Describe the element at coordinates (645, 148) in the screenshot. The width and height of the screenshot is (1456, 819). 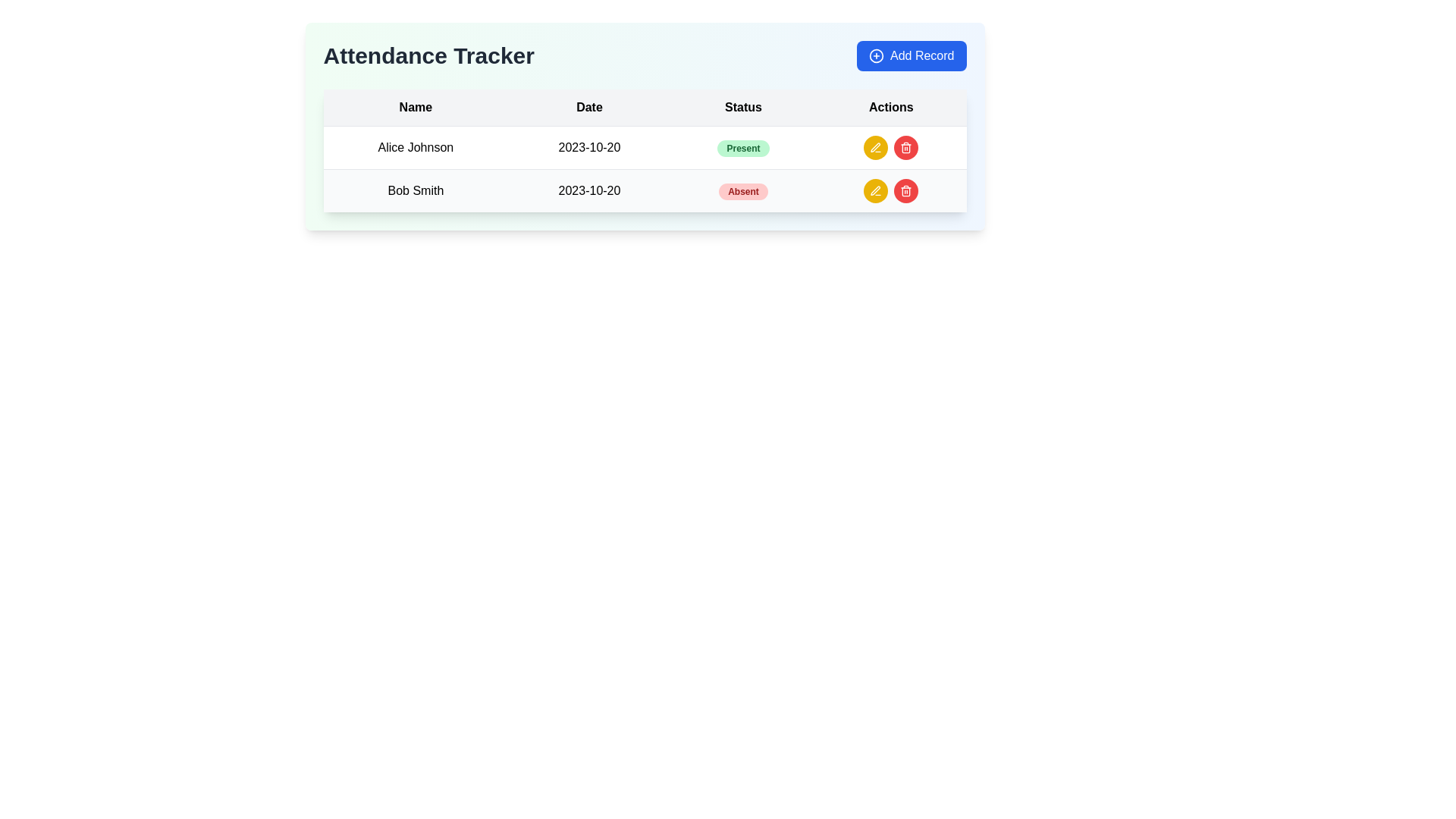
I see `the data in the attendance table row containing 'Alice Johnson', '2023-10-20', and the status 'Present'` at that location.